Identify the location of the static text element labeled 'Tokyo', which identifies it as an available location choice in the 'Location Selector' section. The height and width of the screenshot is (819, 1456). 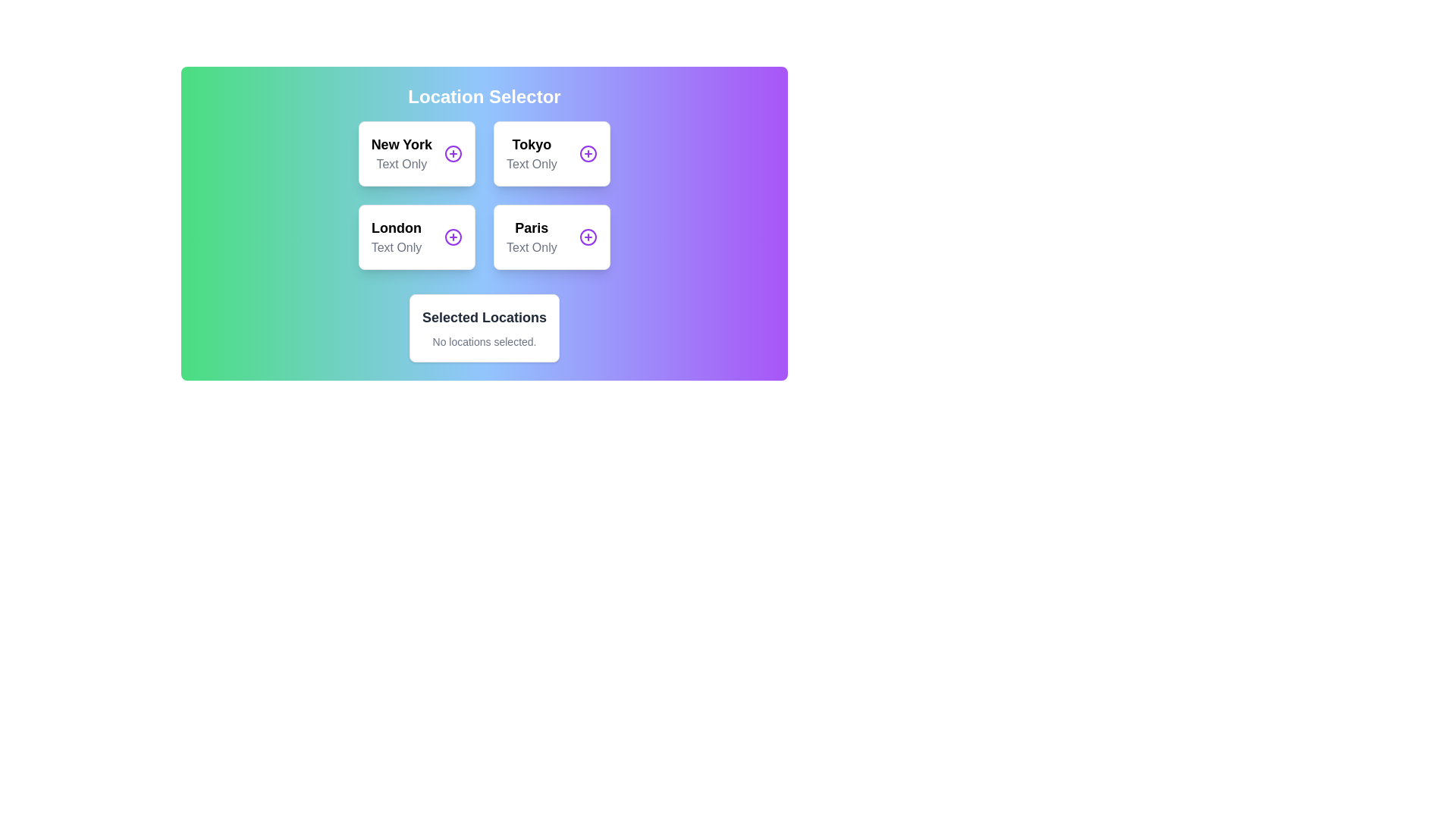
(532, 145).